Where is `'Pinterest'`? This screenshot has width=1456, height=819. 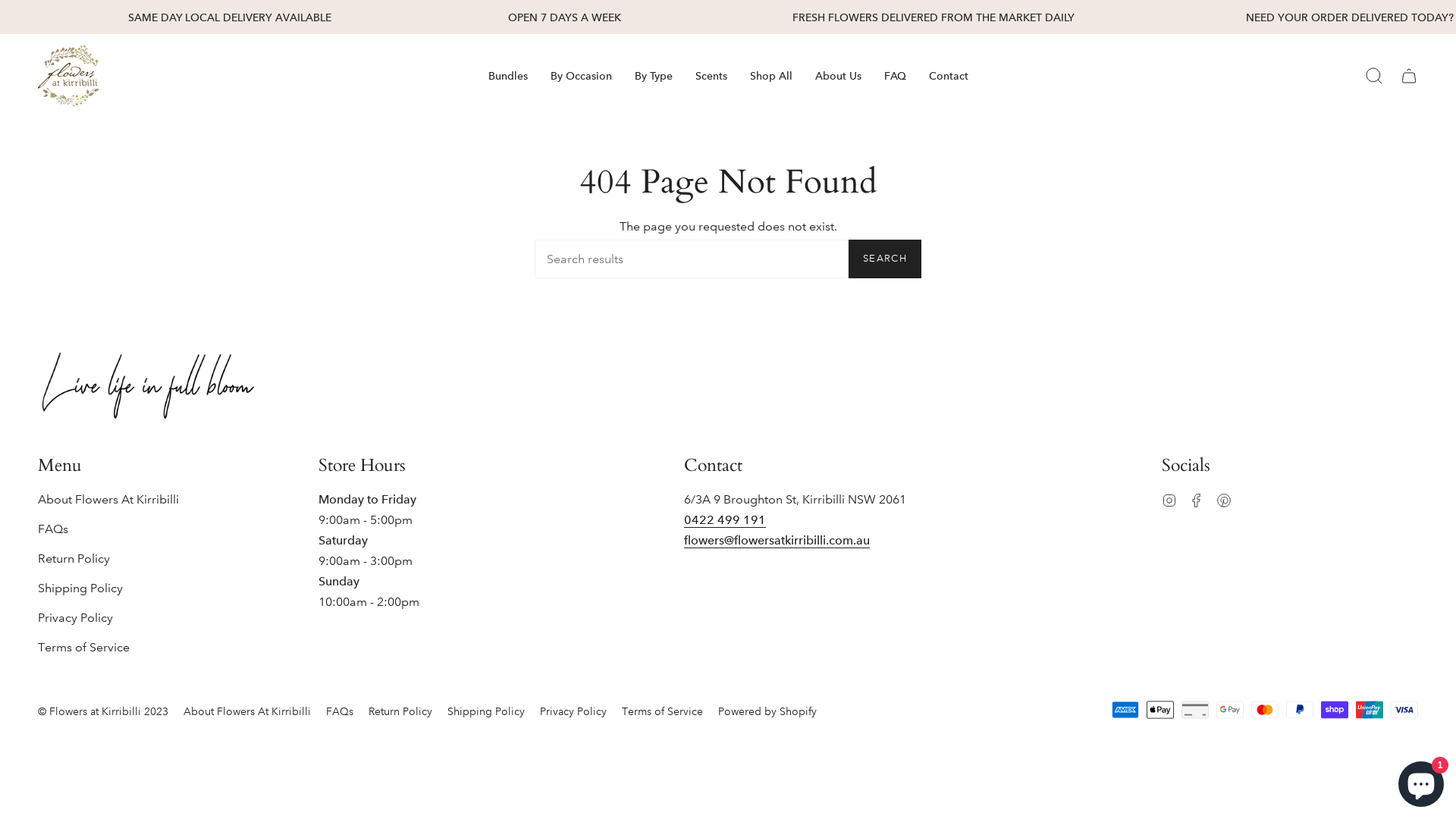 'Pinterest' is located at coordinates (1223, 499).